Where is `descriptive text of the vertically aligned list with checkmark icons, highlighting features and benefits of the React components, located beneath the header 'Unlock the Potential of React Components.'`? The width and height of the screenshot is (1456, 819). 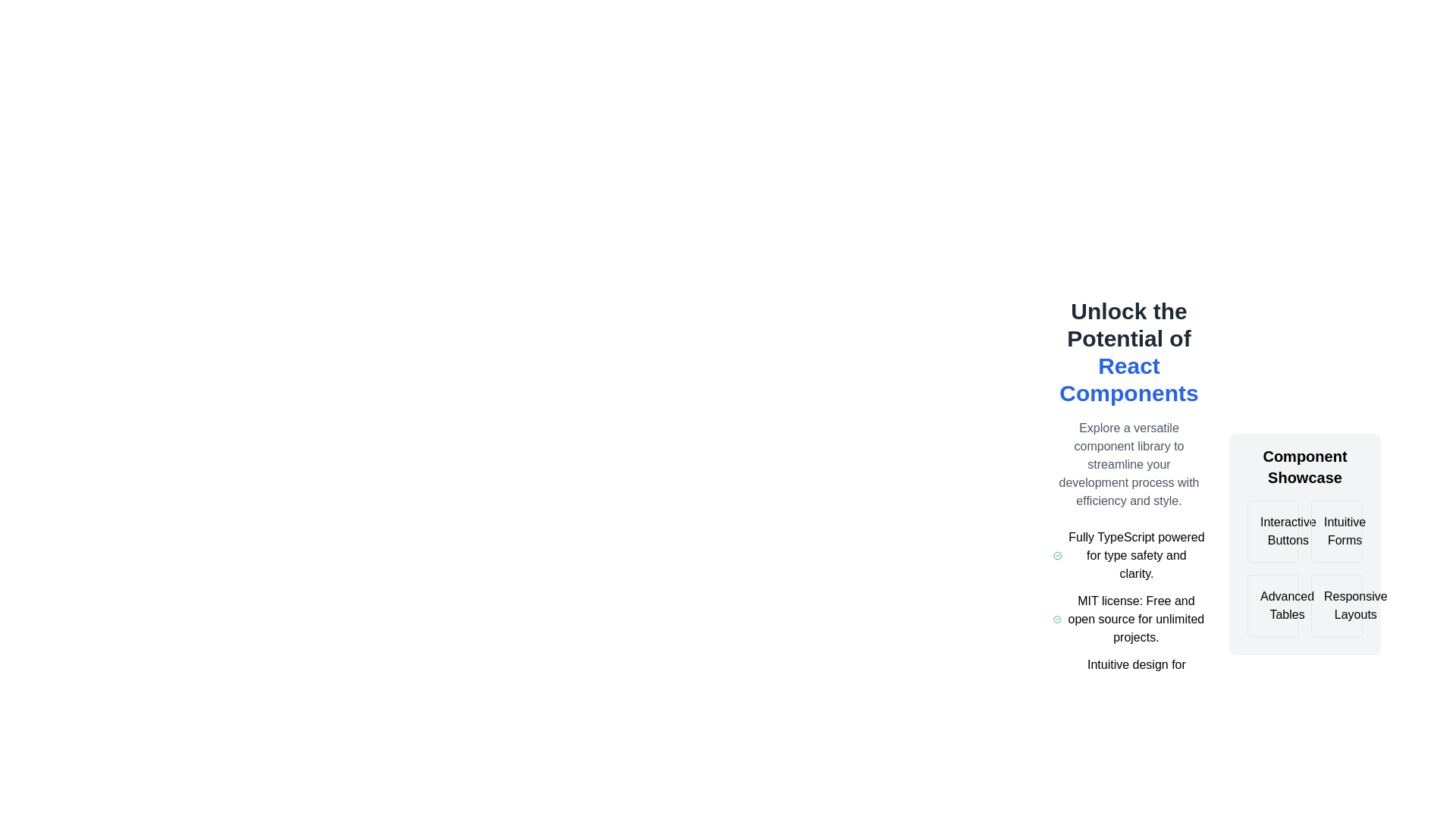 descriptive text of the vertically aligned list with checkmark icons, highlighting features and benefits of the React components, located beneath the header 'Unlock the Potential of React Components.' is located at coordinates (1128, 620).